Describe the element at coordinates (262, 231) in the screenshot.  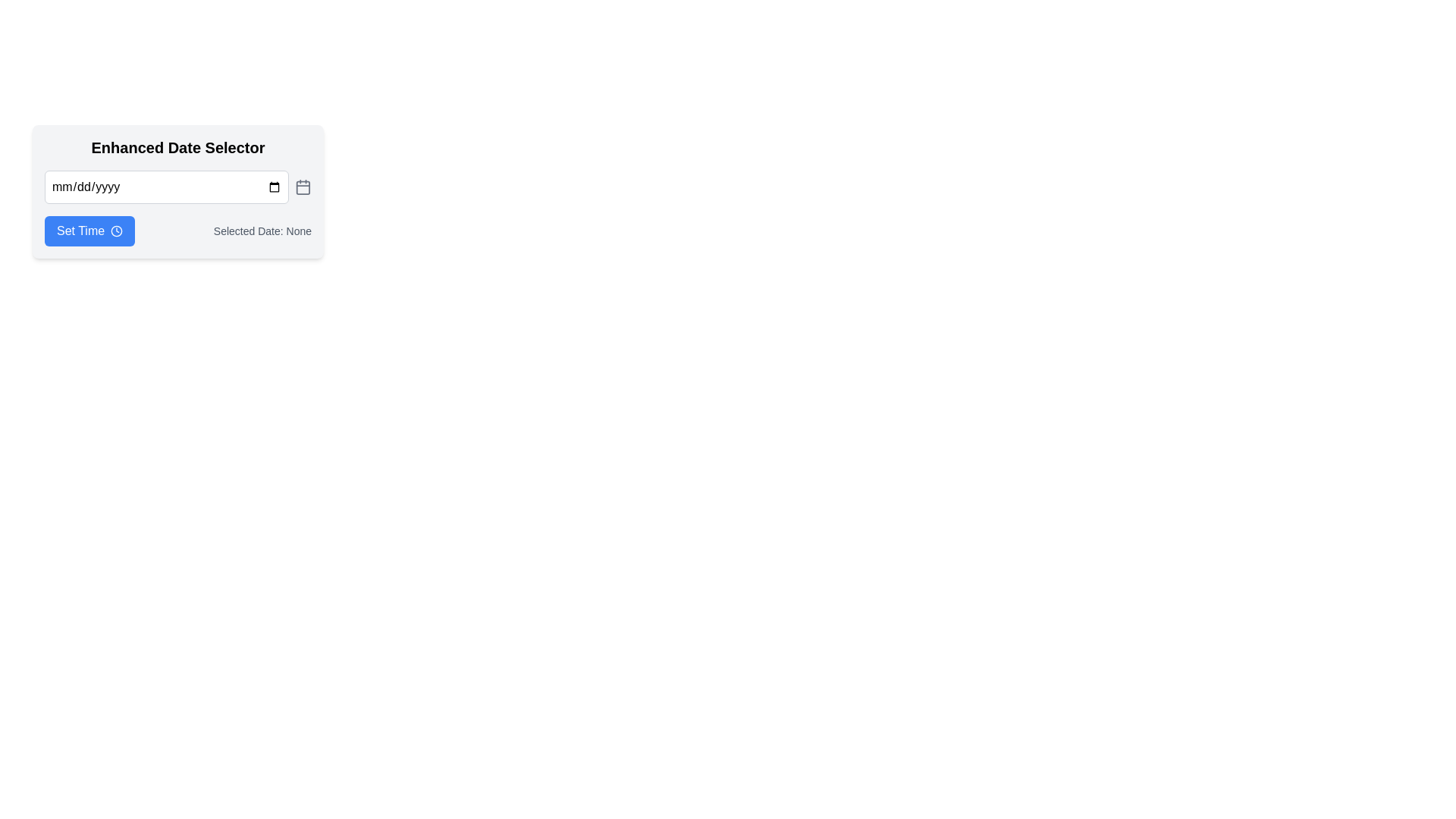
I see `the Text Display that shows 'Selected Date: None' in light gray color, positioned to the right of the 'Set Time' button` at that location.